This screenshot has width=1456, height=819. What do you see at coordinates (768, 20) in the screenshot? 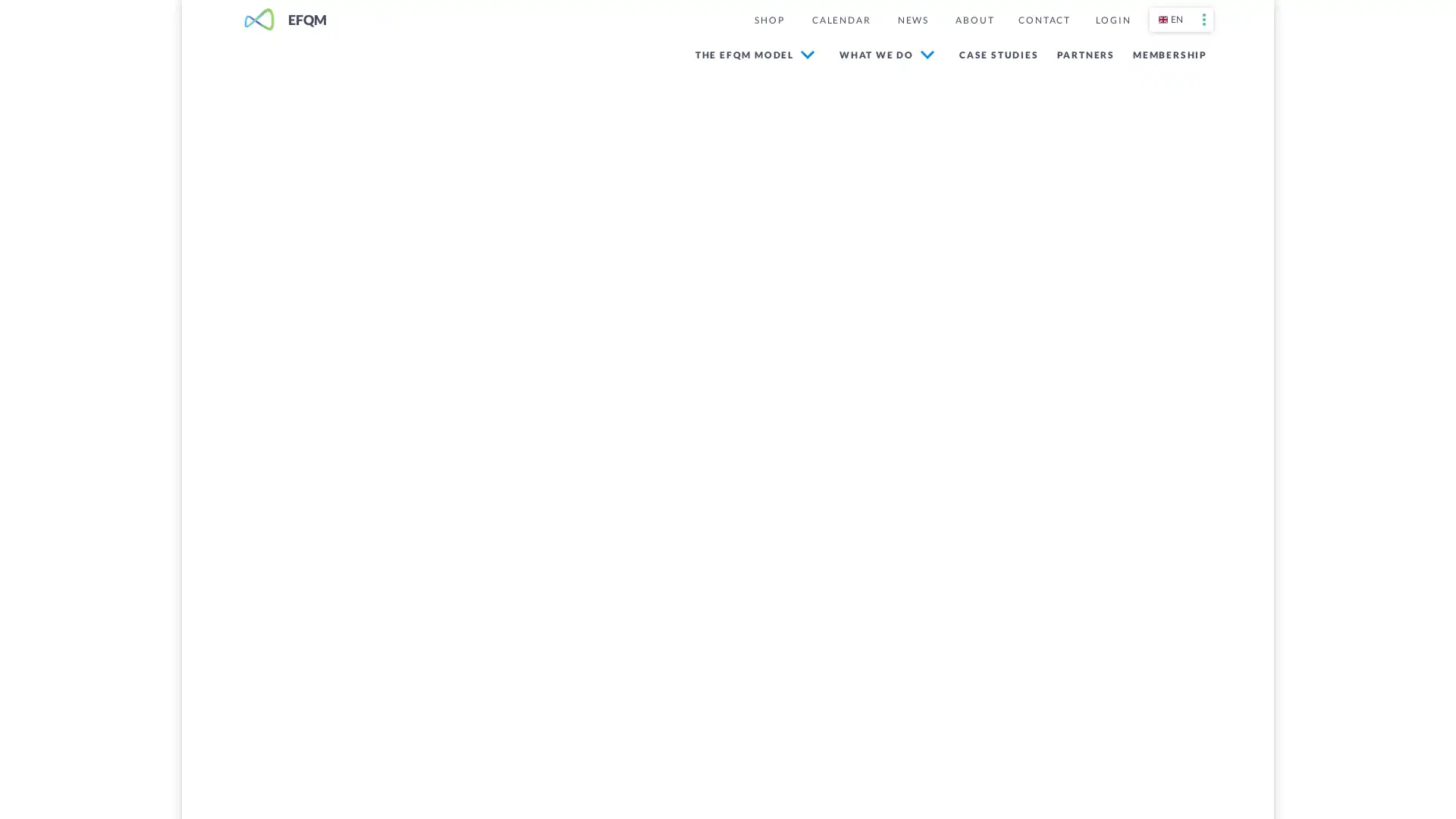
I see `SHOP` at bounding box center [768, 20].